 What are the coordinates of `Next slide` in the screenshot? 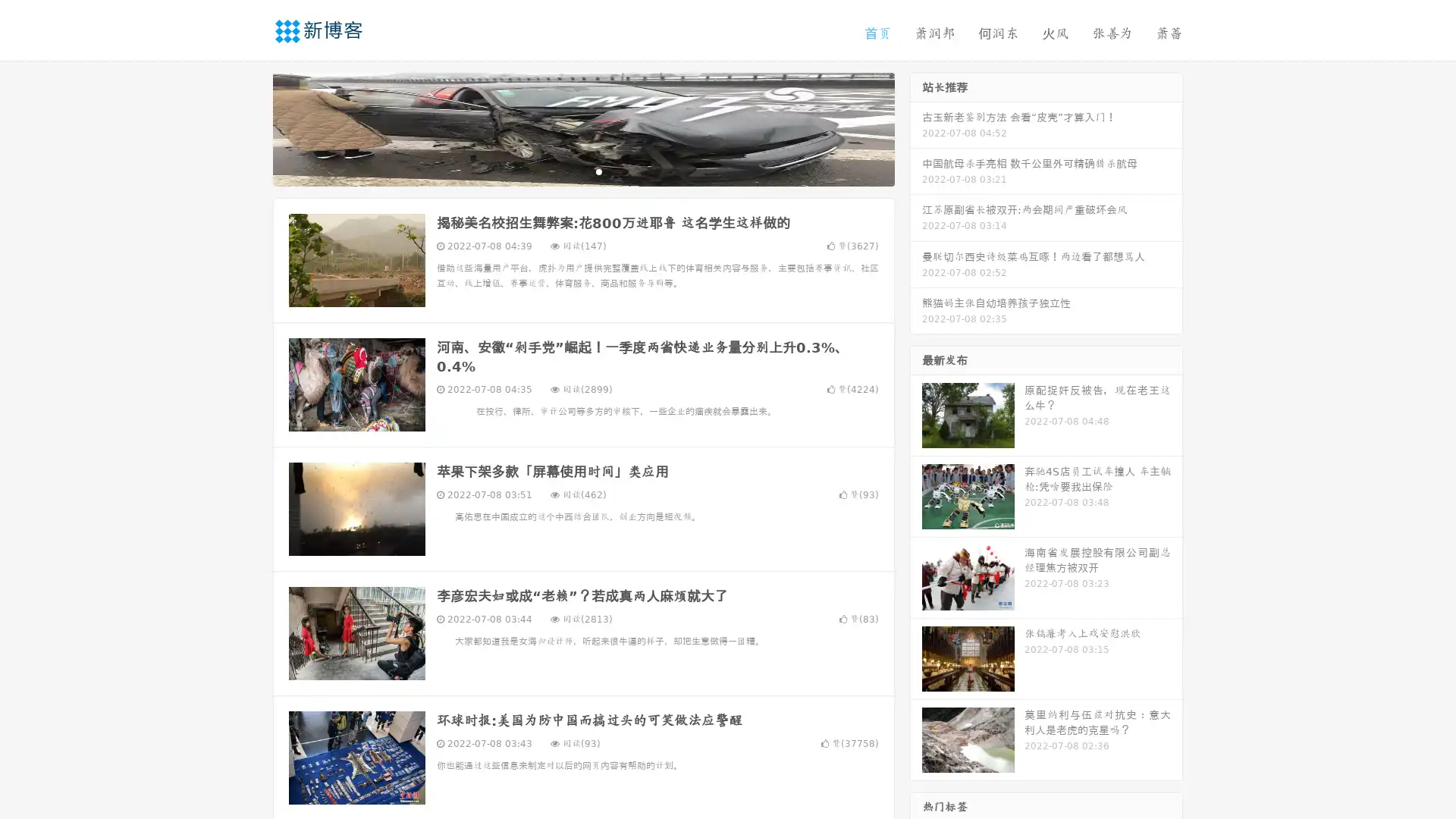 It's located at (916, 127).